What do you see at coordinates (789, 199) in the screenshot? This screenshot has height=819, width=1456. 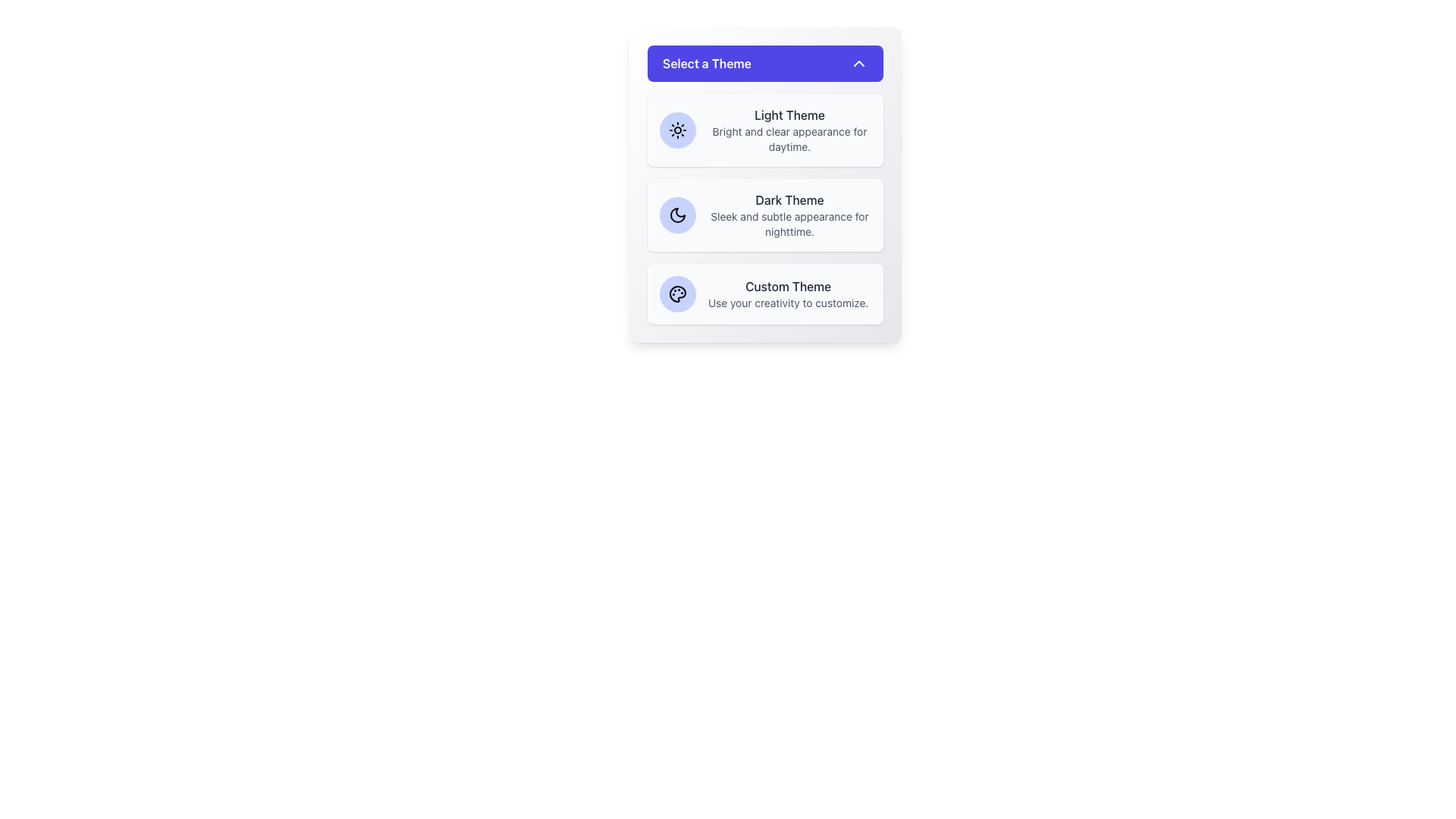 I see `the text element that serves as the title for the 'Dark Theme' option, located in the central section of the UI card, positioned below the 'Light Theme' and above the 'Custom Theme' sections` at bounding box center [789, 199].